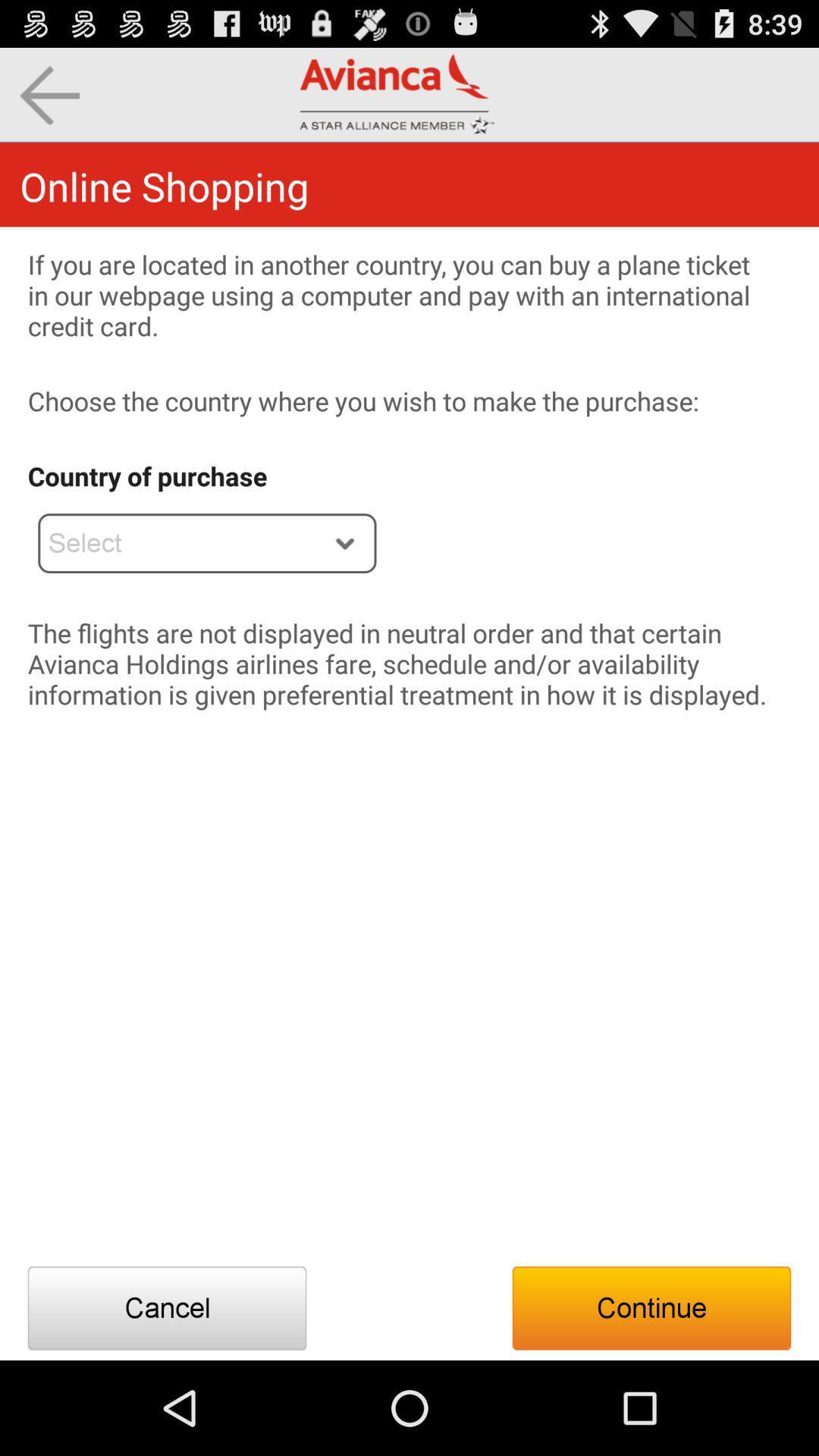 The width and height of the screenshot is (819, 1456). What do you see at coordinates (49, 94) in the screenshot?
I see `go back` at bounding box center [49, 94].